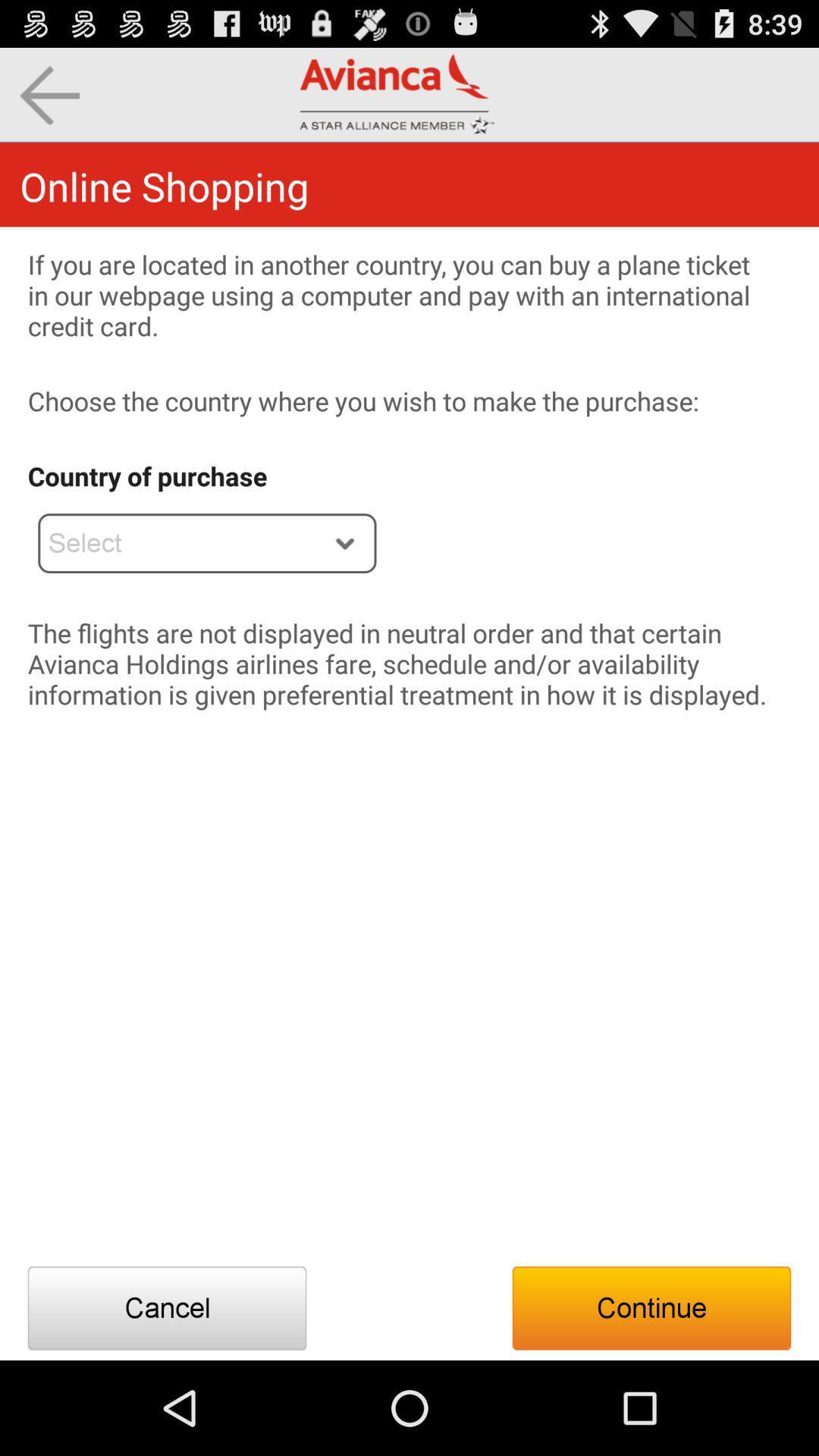 The width and height of the screenshot is (819, 1456). What do you see at coordinates (49, 94) in the screenshot?
I see `go back` at bounding box center [49, 94].